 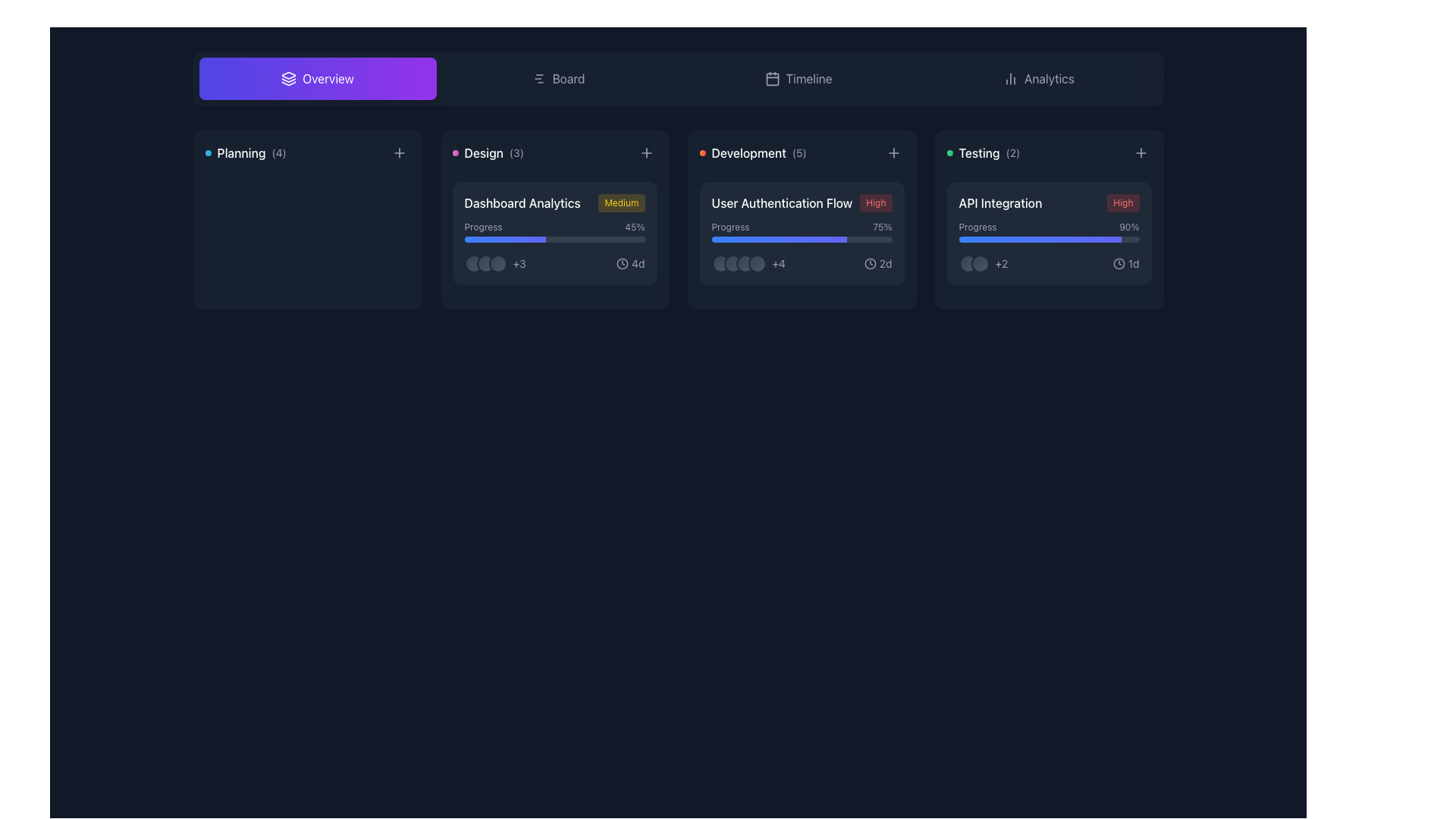 What do you see at coordinates (623, 262) in the screenshot?
I see `the graphical representation of the clock icon (circle) located at the bottom-right corner of the 'Dashboard Analytics' card in the 'Design' category section` at bounding box center [623, 262].